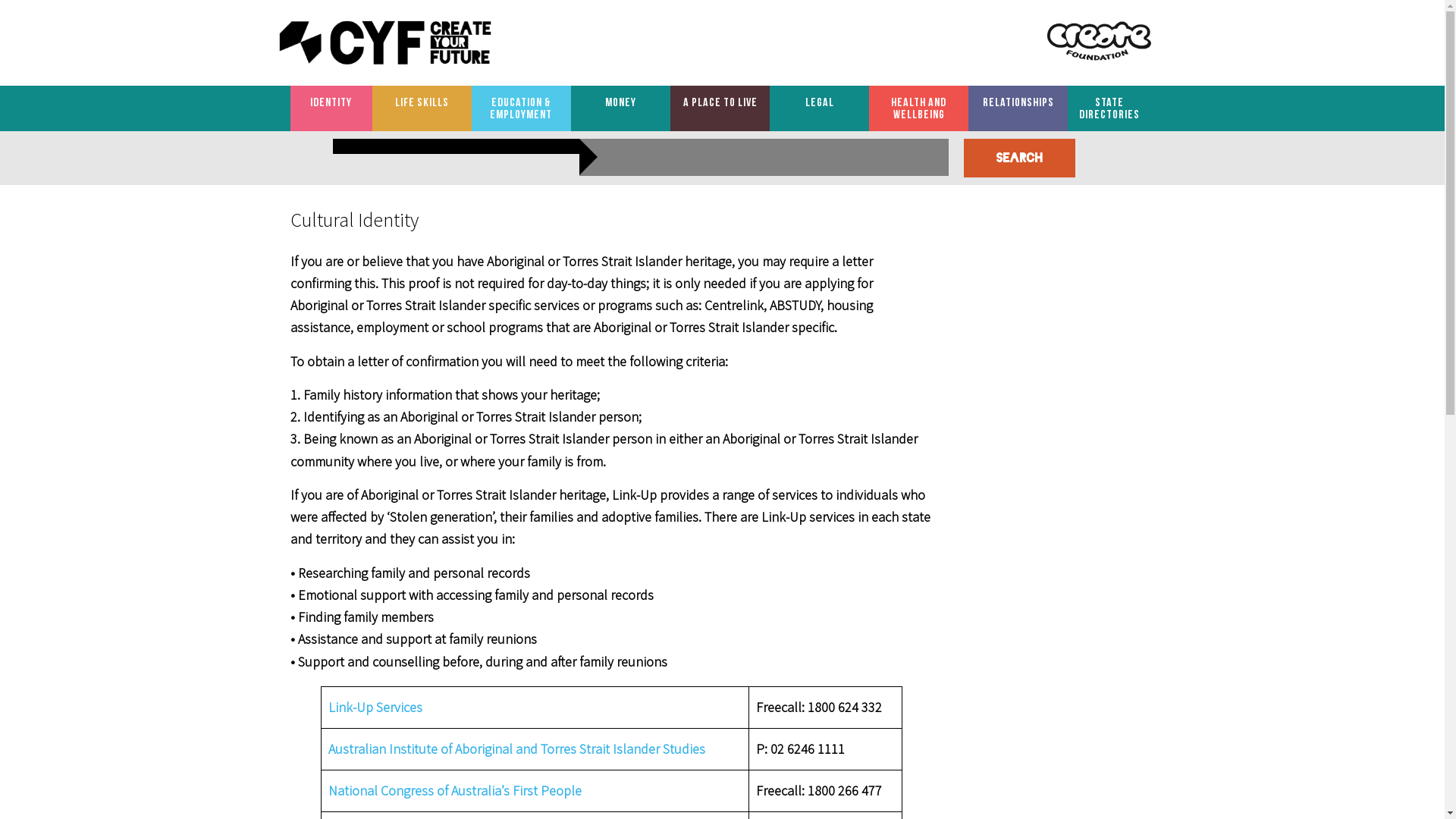 Image resolution: width=1456 pixels, height=819 pixels. Describe the element at coordinates (818, 102) in the screenshot. I see `'LEGAL'` at that location.